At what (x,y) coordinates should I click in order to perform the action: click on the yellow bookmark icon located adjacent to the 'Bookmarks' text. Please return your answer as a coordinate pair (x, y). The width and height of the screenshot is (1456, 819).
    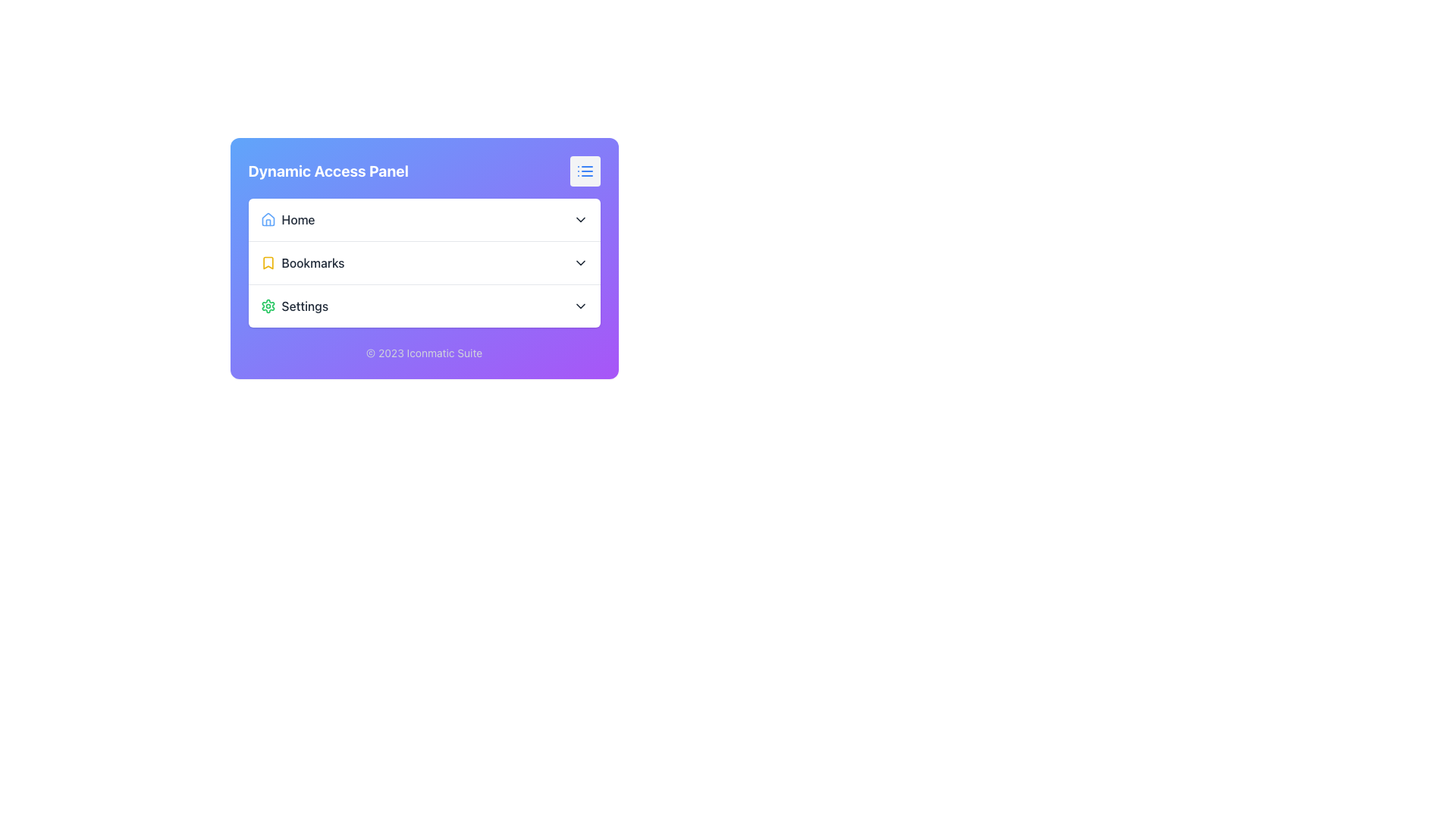
    Looking at the image, I should click on (268, 262).